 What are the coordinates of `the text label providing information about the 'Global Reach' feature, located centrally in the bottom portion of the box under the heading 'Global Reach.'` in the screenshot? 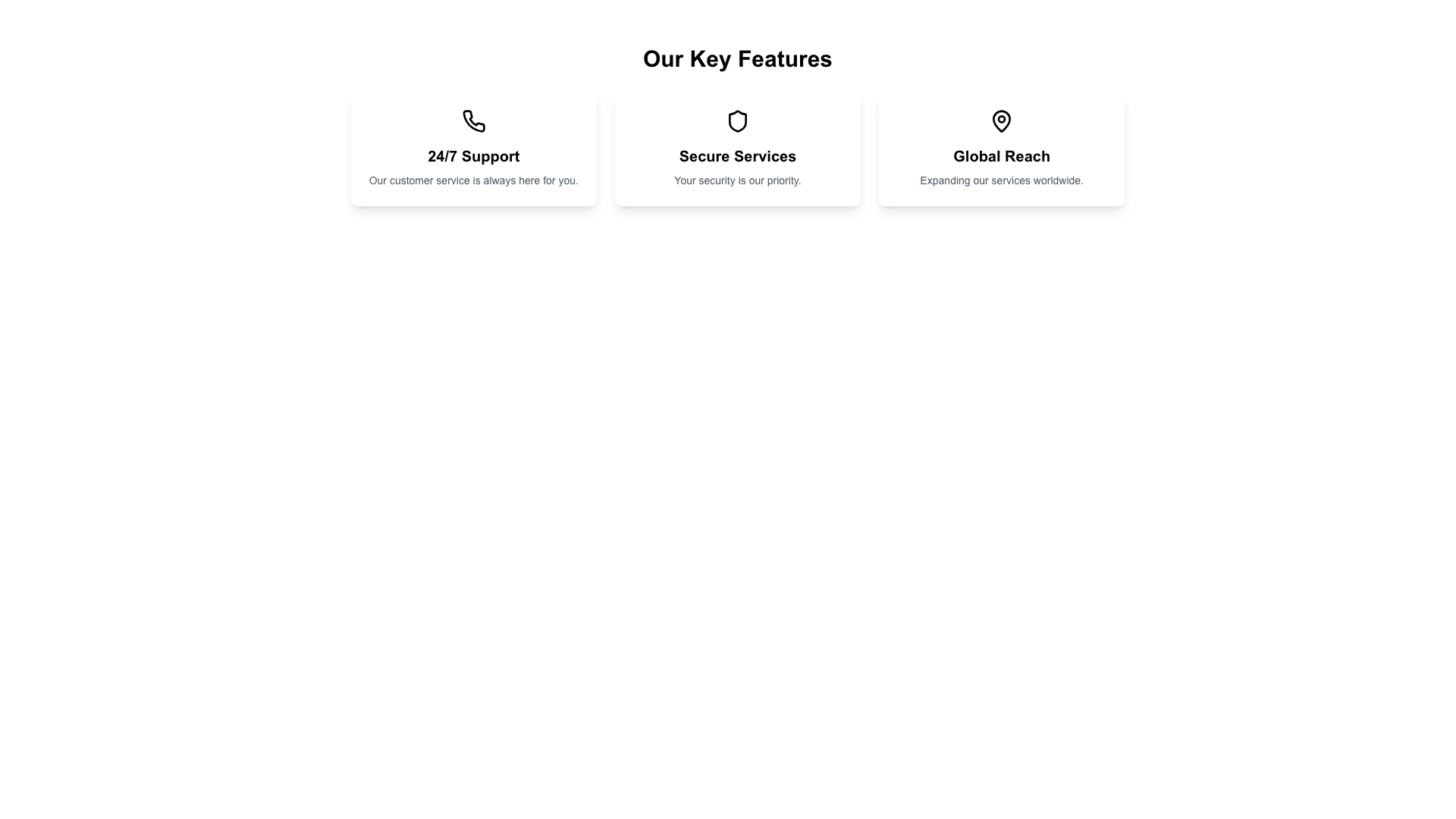 It's located at (1002, 180).